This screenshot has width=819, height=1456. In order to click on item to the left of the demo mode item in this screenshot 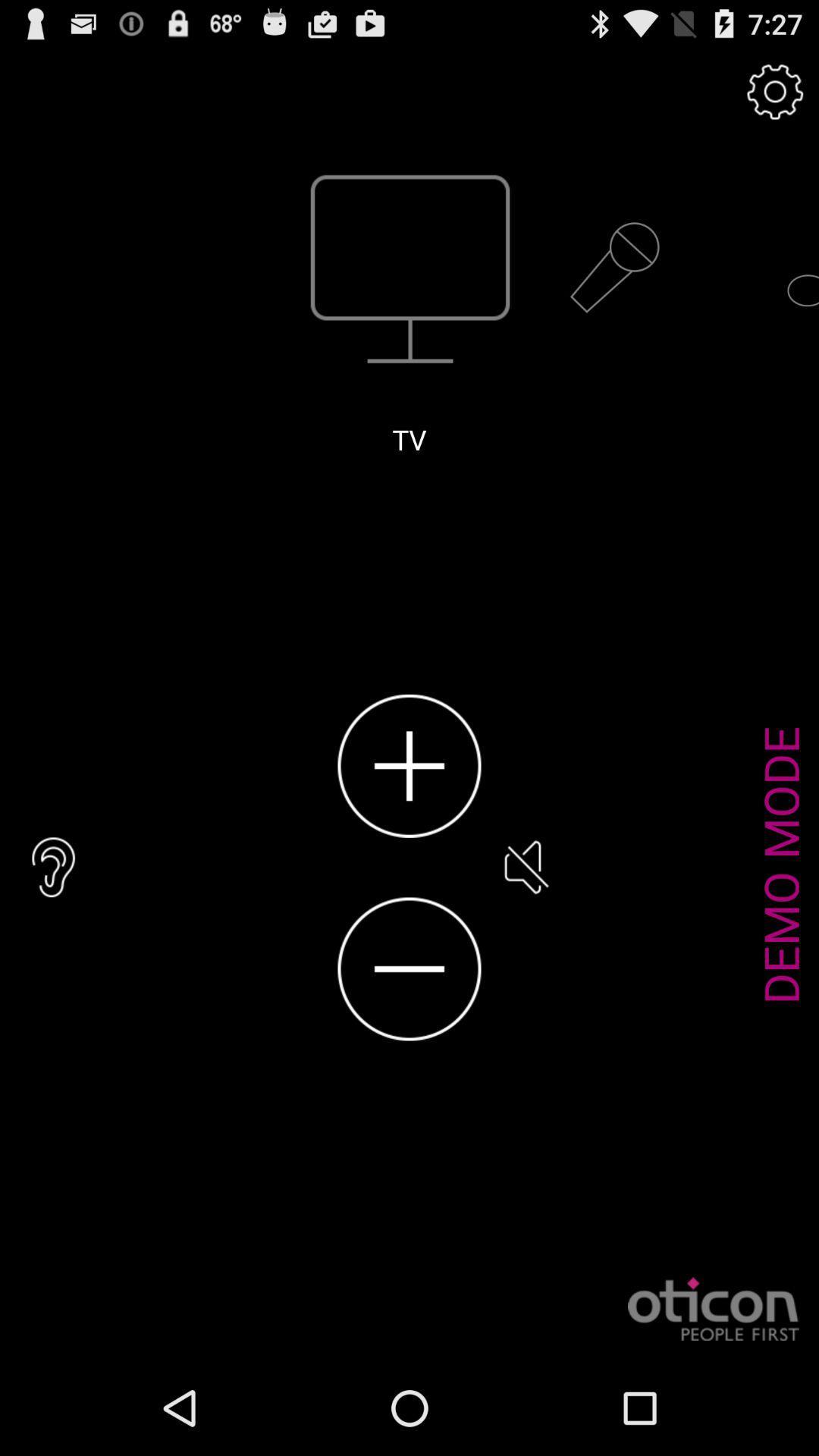, I will do `click(524, 867)`.